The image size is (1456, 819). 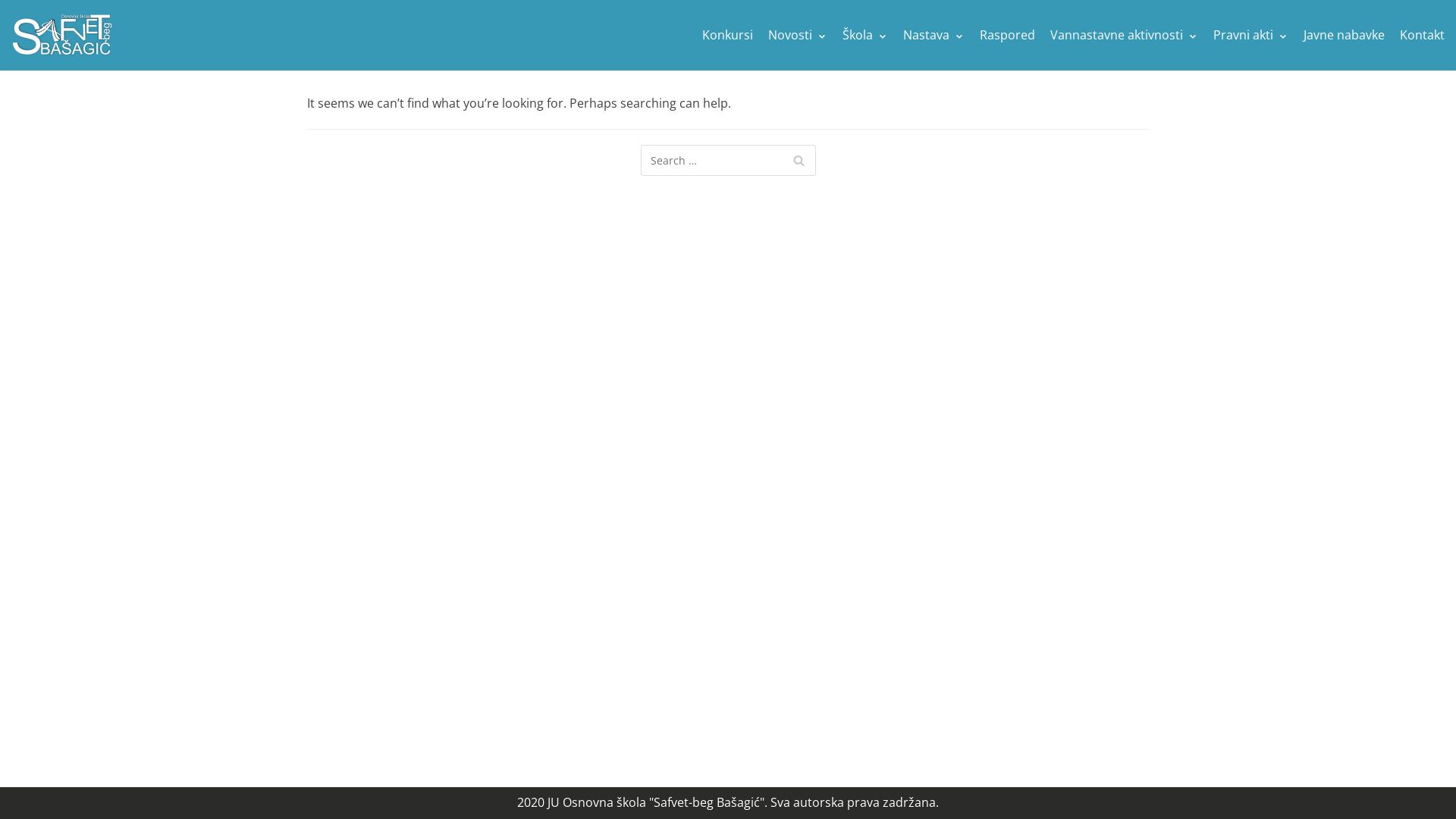 What do you see at coordinates (1007, 34) in the screenshot?
I see `'Raspored'` at bounding box center [1007, 34].